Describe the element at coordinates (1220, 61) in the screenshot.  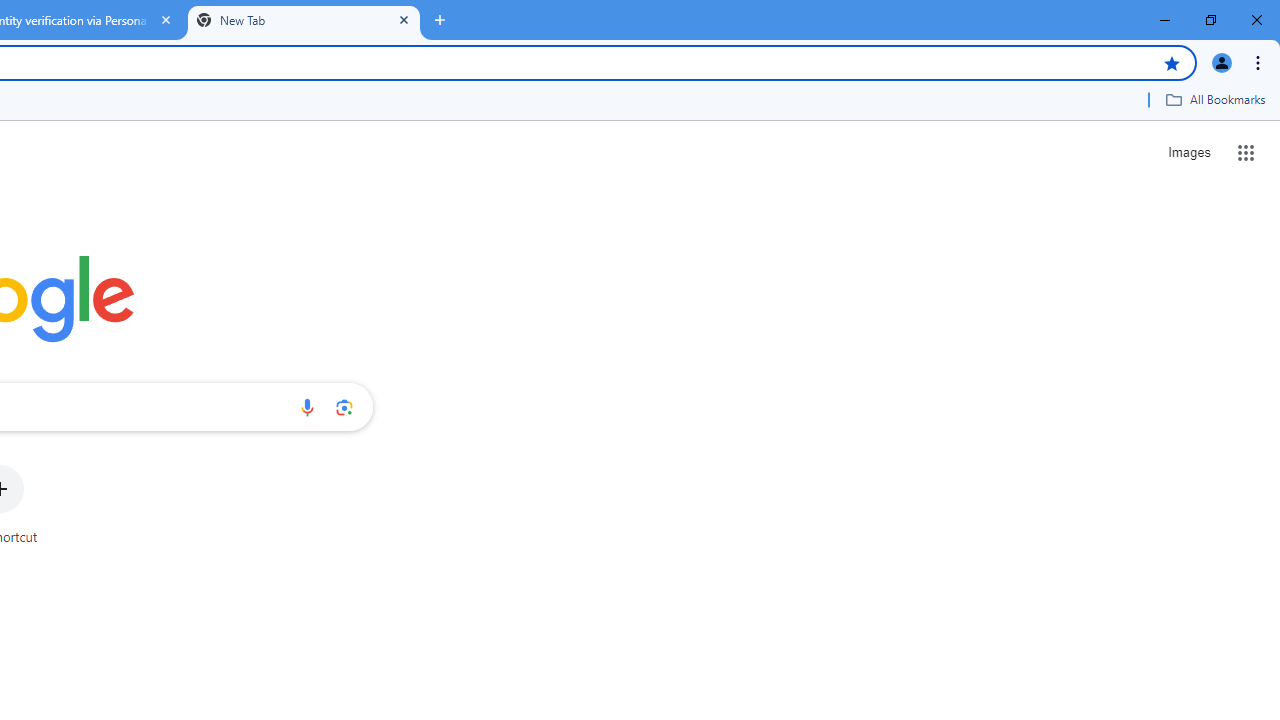
I see `'You'` at that location.